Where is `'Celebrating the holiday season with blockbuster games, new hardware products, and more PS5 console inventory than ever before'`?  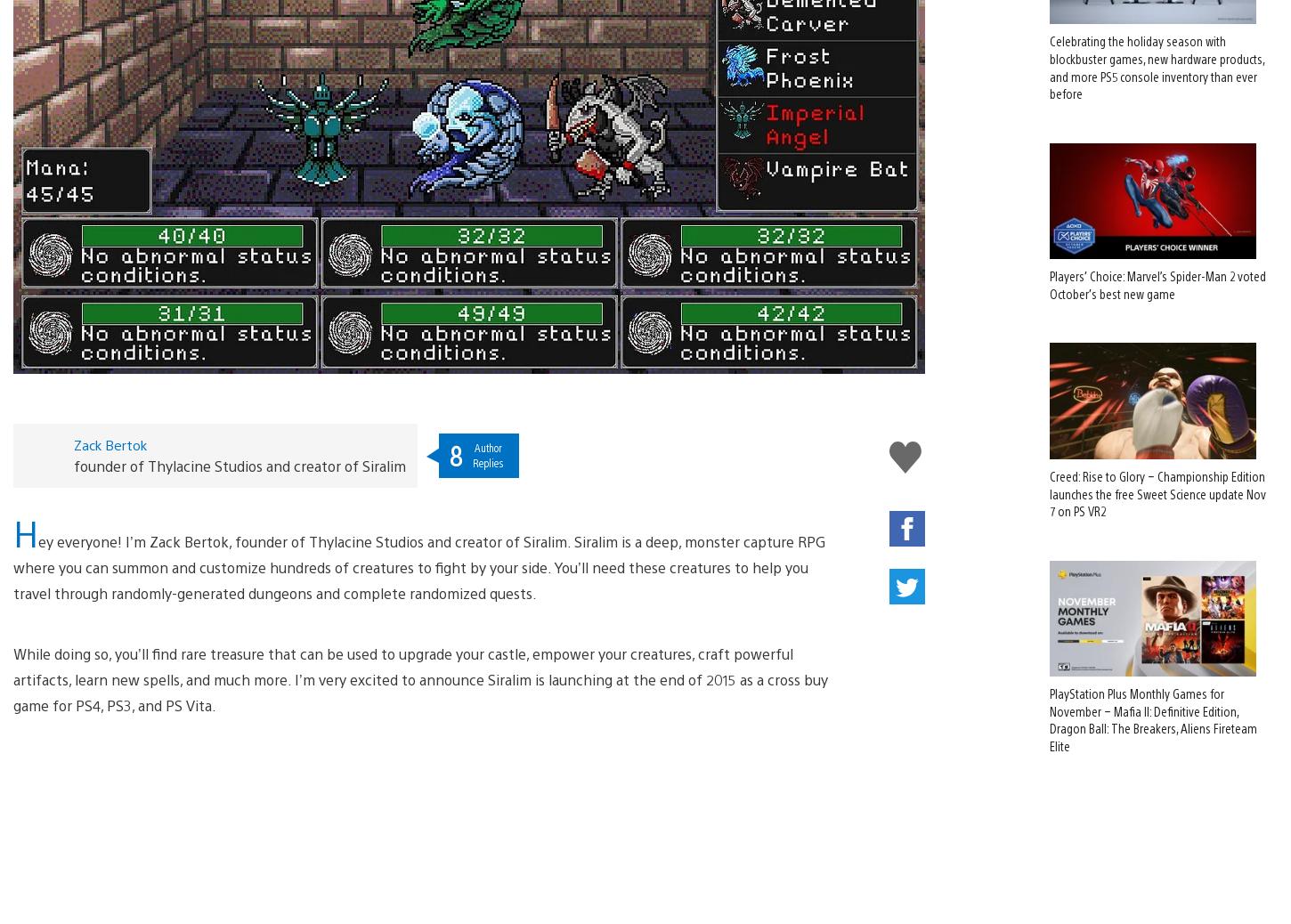
'Celebrating the holiday season with blockbuster games, new hardware products, and more PS5 console inventory than ever before' is located at coordinates (1157, 37).